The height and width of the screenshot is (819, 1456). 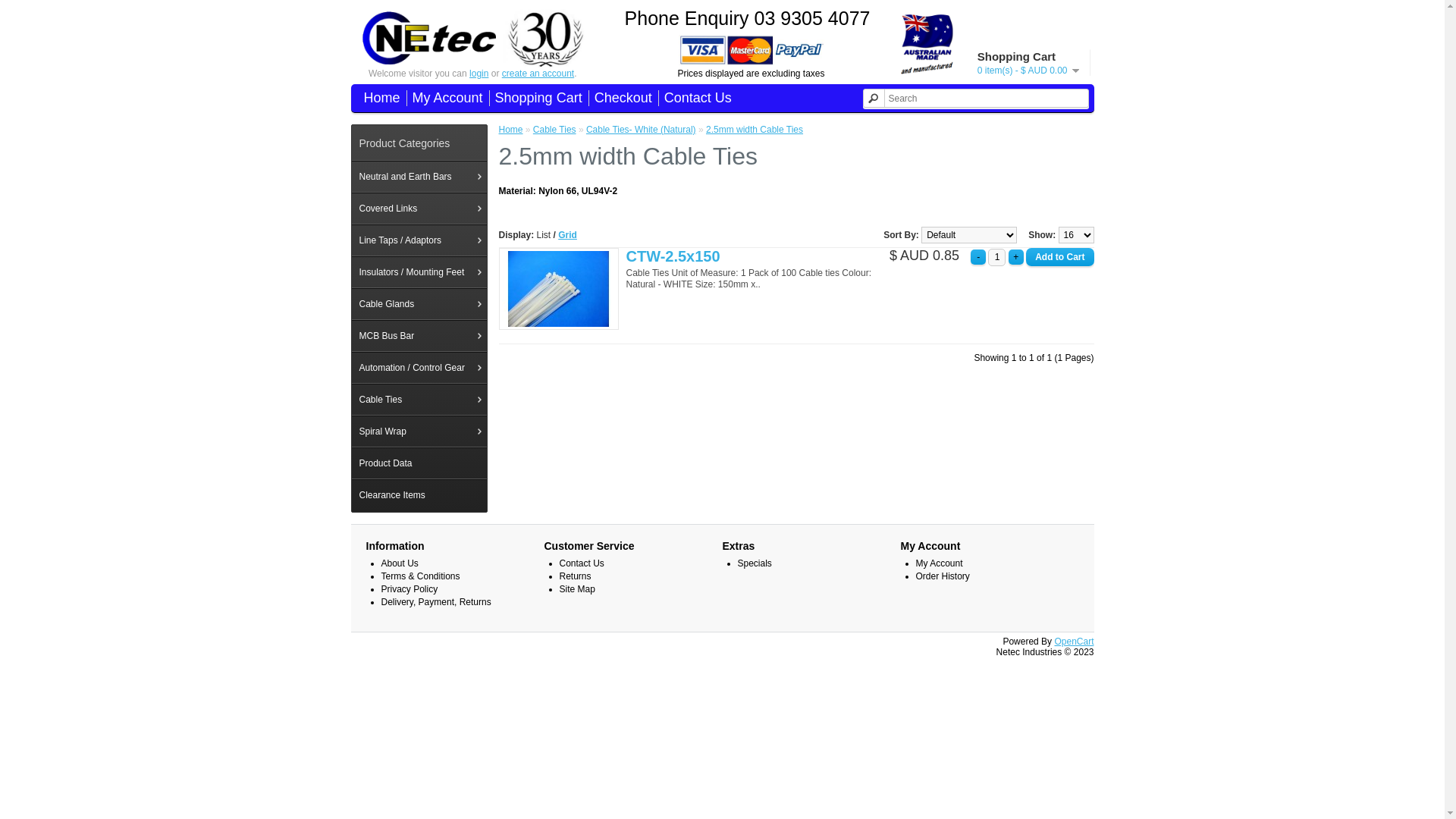 I want to click on 'Privacy Policy', so click(x=409, y=588).